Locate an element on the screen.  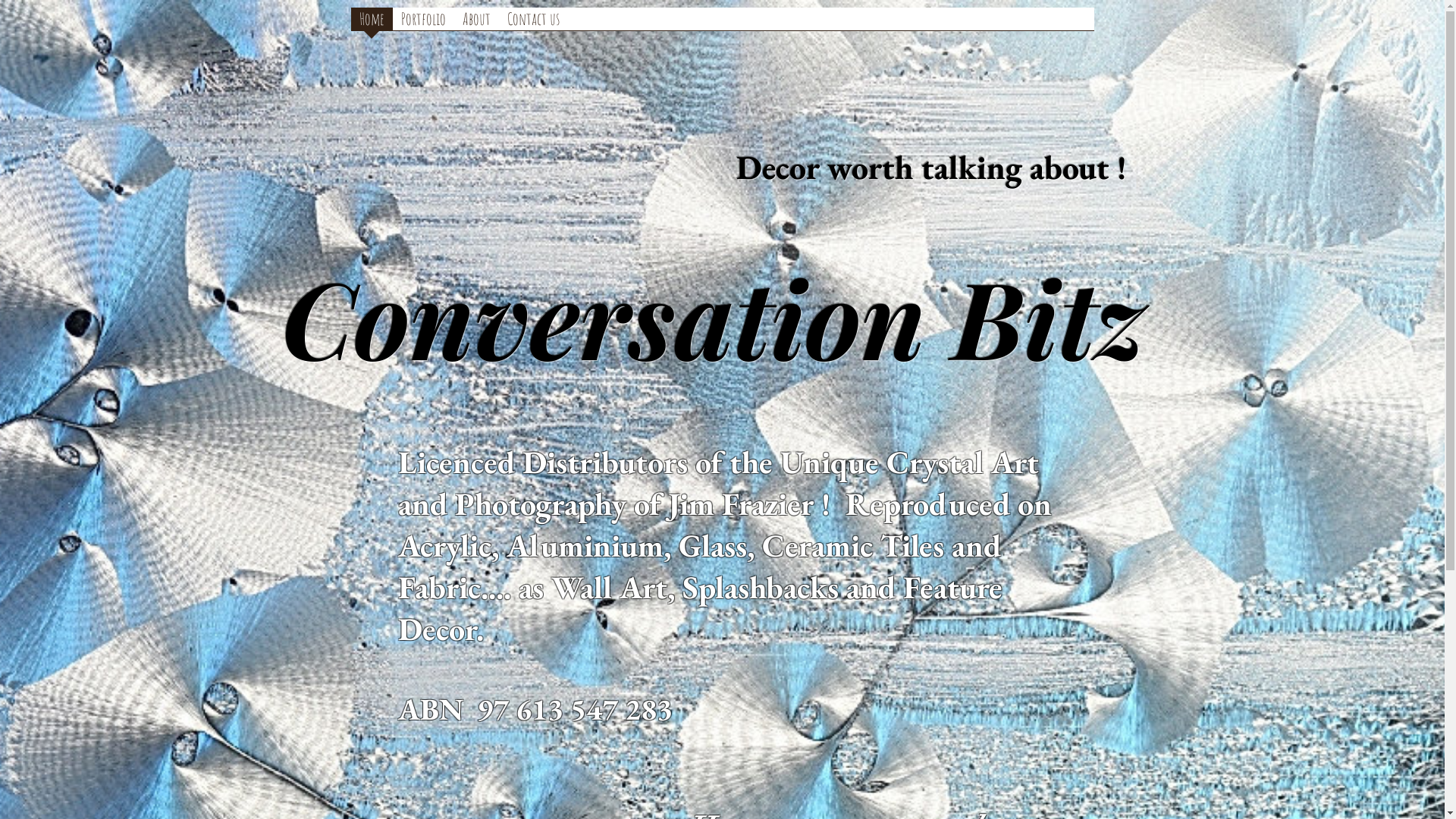
'About' is located at coordinates (475, 24).